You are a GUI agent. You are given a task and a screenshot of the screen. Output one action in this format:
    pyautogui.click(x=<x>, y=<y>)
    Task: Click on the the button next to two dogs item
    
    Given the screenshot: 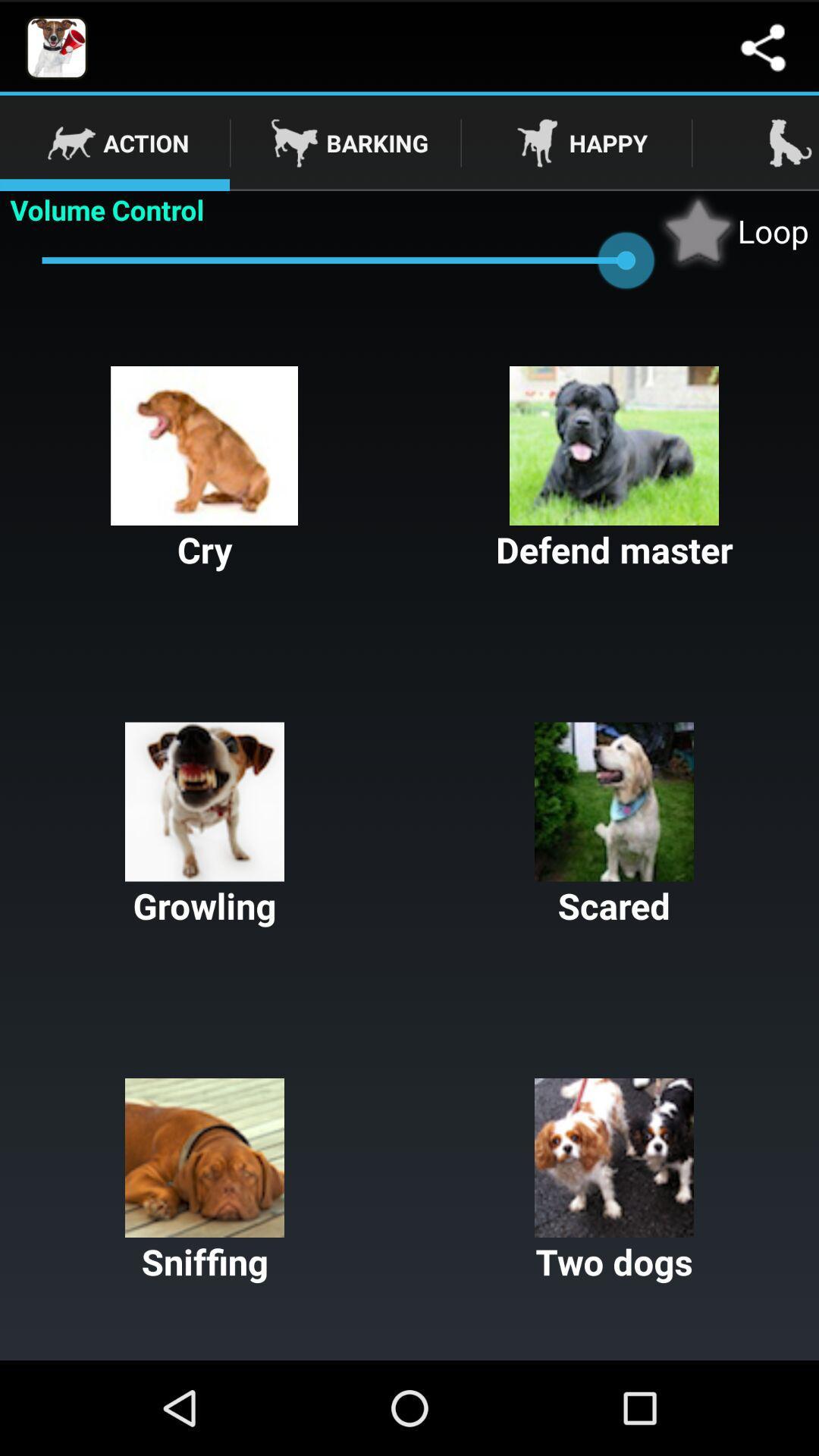 What is the action you would take?
    pyautogui.click(x=205, y=1181)
    